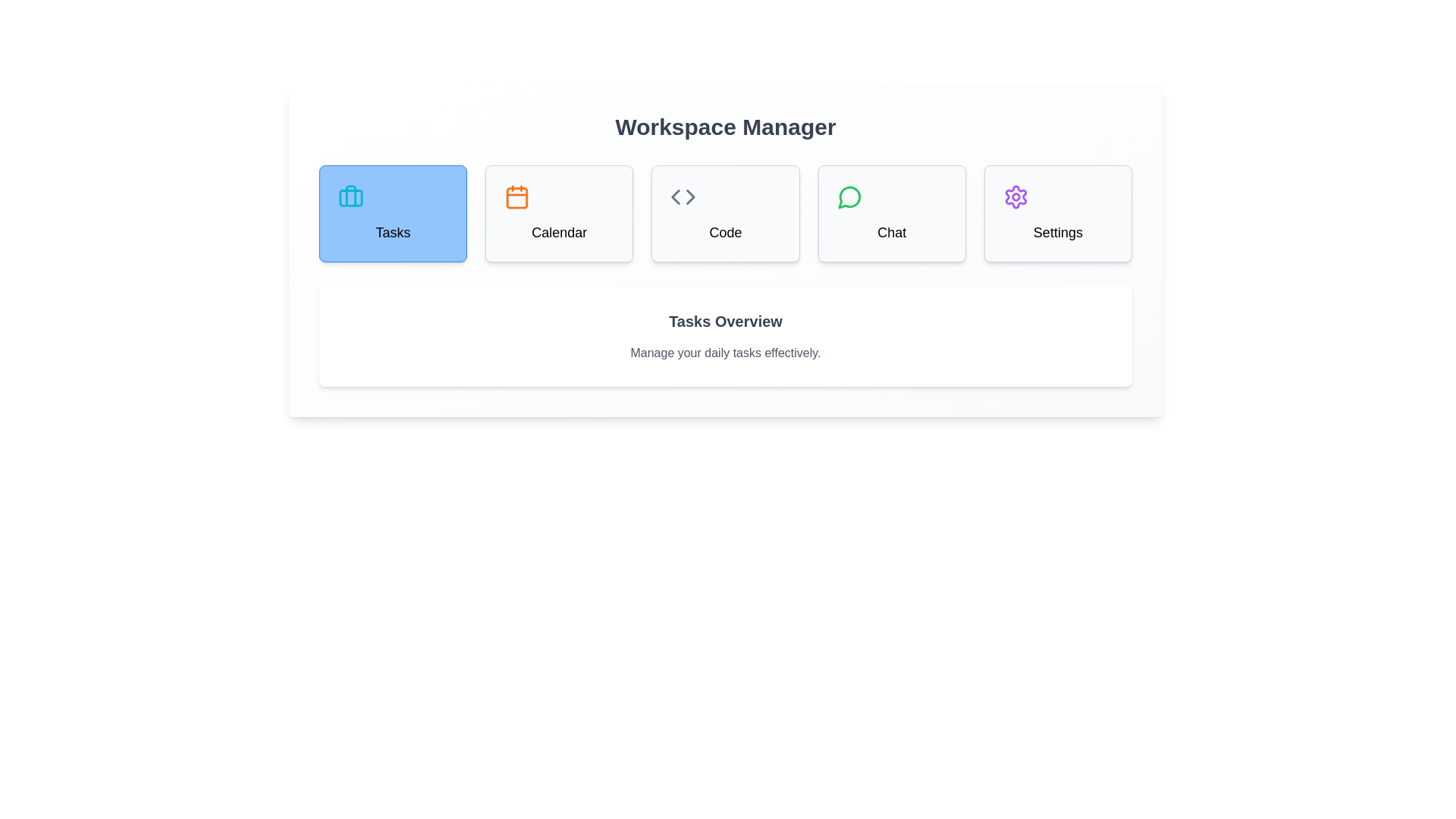  I want to click on the cyan-colored briefcase icon located inside the blue rounded rectangular 'Tasks' button, which is the first button in a horizontal row of buttons, so click(350, 196).